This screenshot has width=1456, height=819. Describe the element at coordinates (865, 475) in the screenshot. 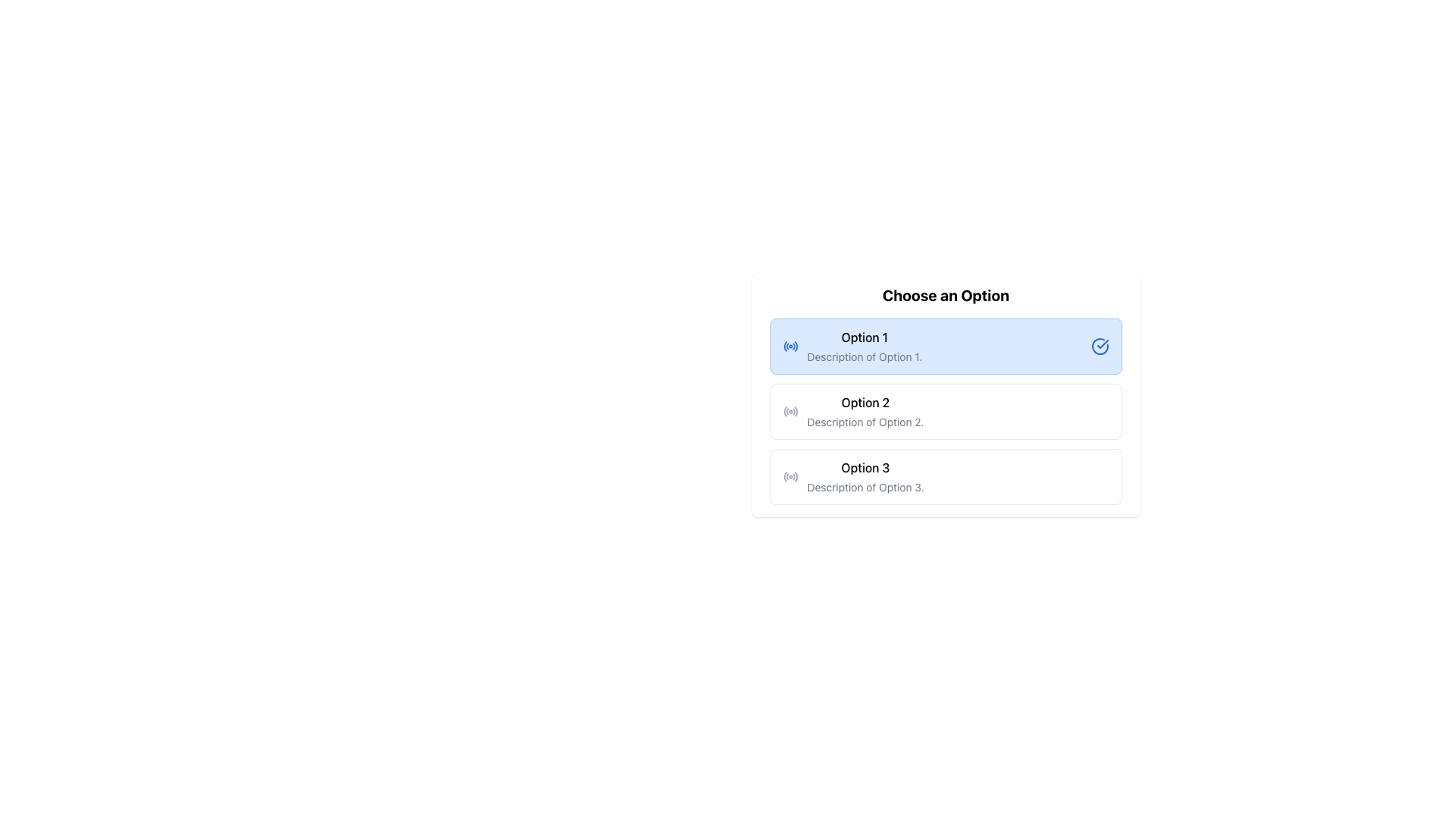

I see `the text block labeled 'Option 3' with the subtitle 'Description of Option 3' in the selection list titled 'Choose an Option'` at that location.